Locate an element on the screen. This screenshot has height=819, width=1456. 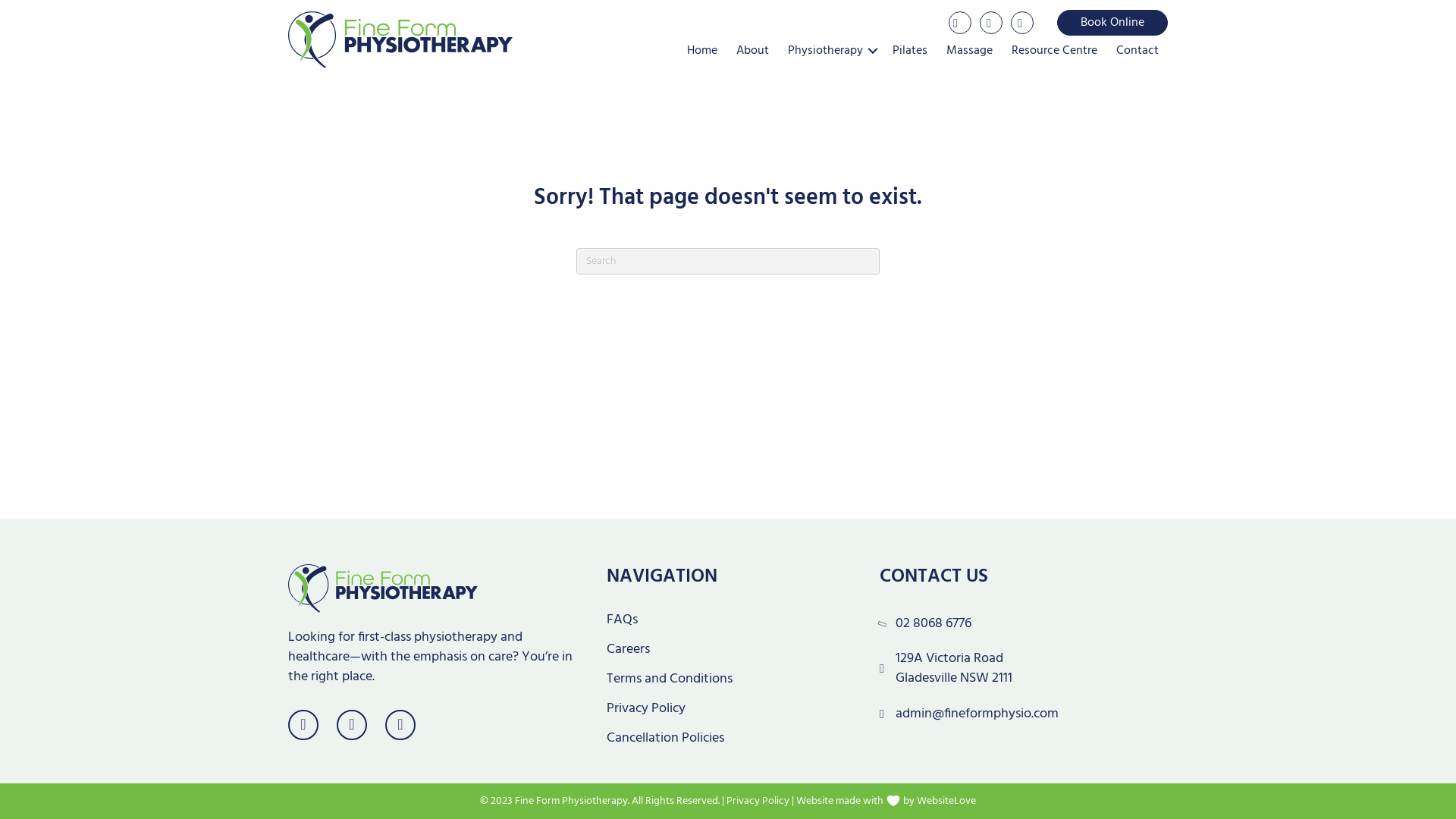
'Fine Form Physio Logo' is located at coordinates (400, 39).